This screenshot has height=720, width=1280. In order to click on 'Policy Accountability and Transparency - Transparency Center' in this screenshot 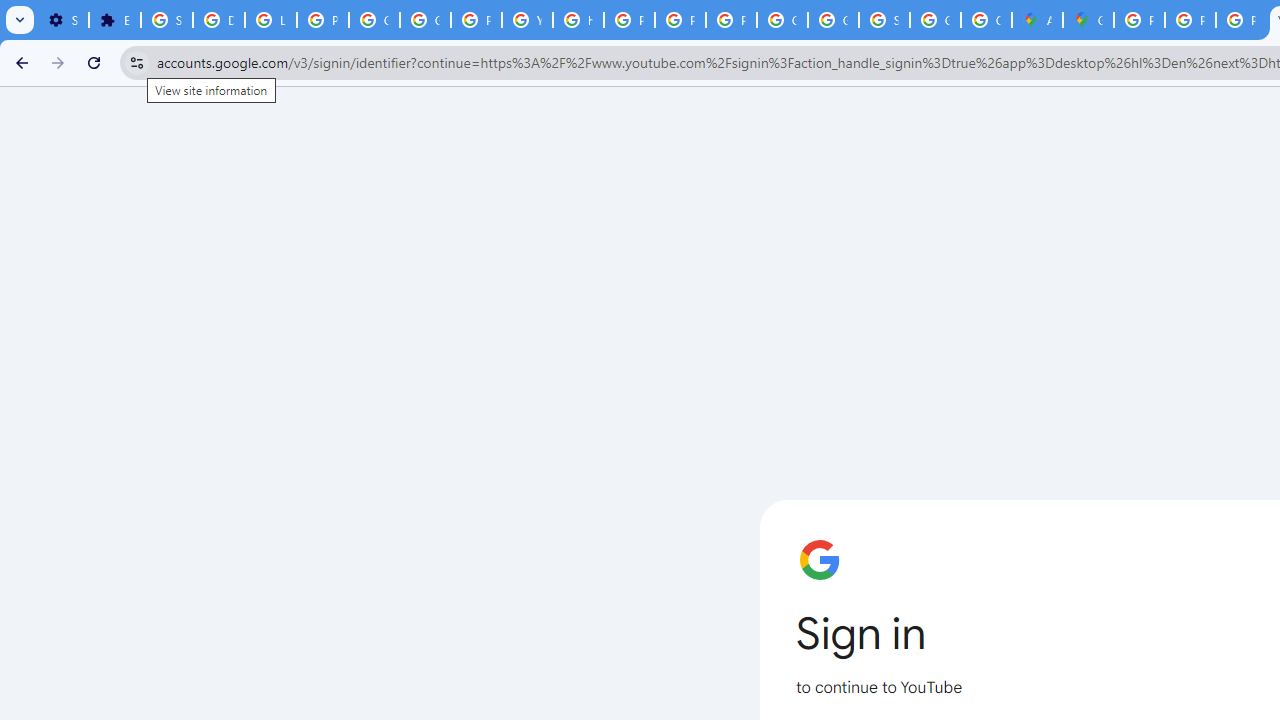, I will do `click(1139, 20)`.